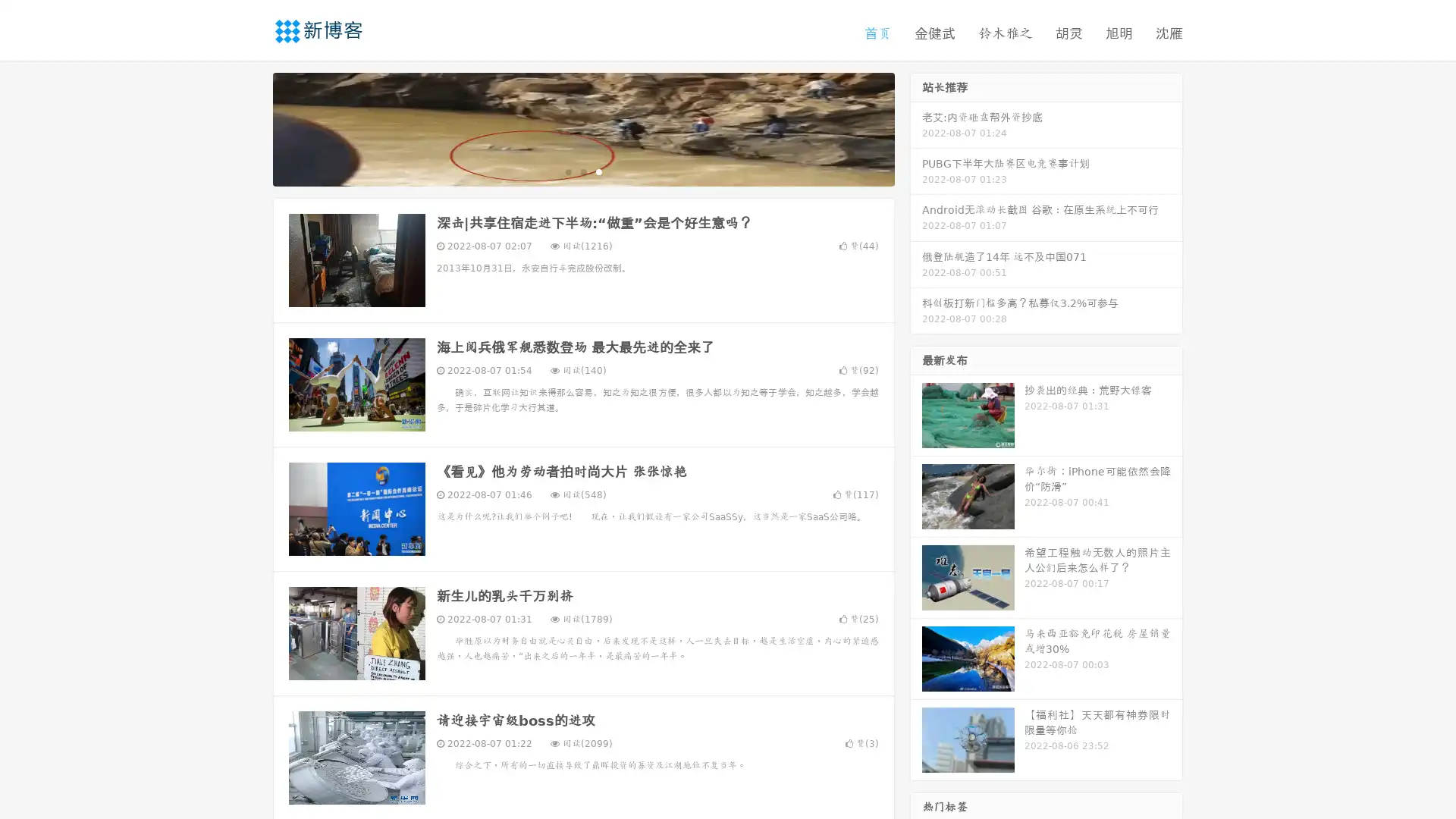 The image size is (1456, 819). What do you see at coordinates (598, 171) in the screenshot?
I see `Go to slide 3` at bounding box center [598, 171].